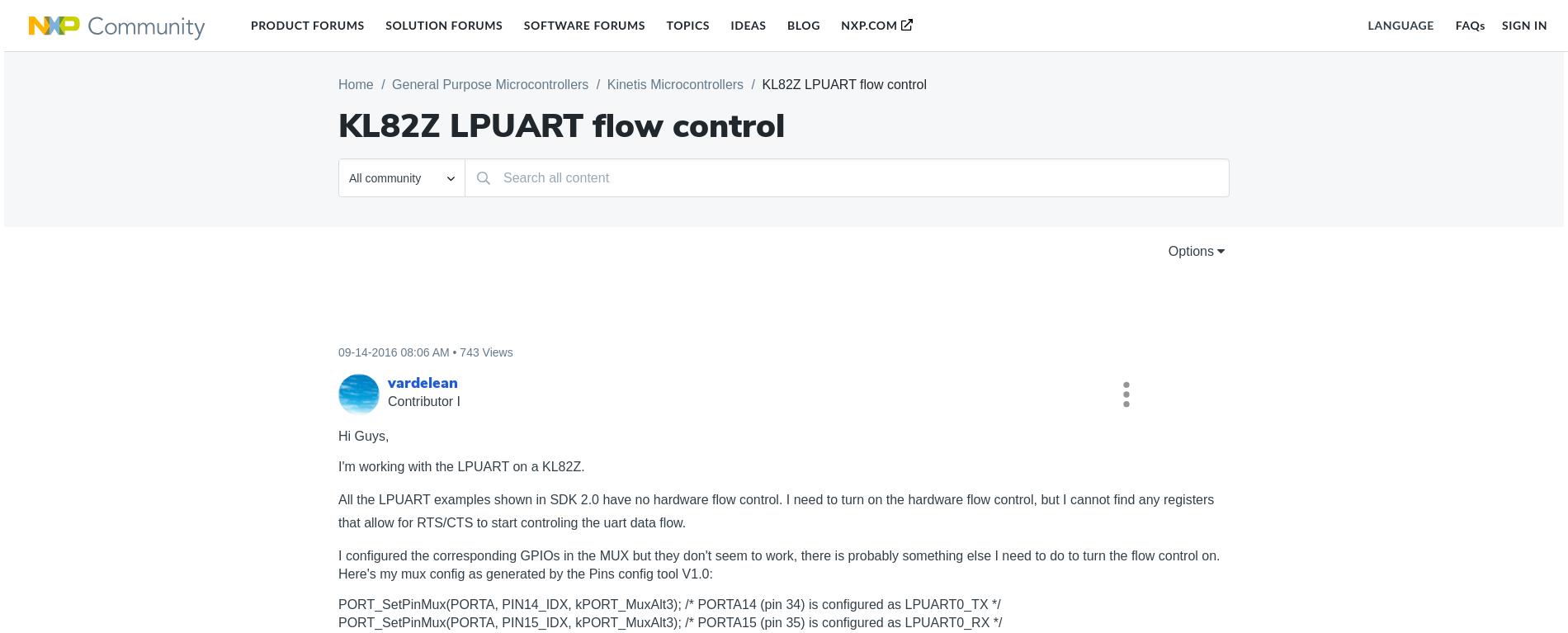  Describe the element at coordinates (687, 24) in the screenshot. I see `'Topics'` at that location.